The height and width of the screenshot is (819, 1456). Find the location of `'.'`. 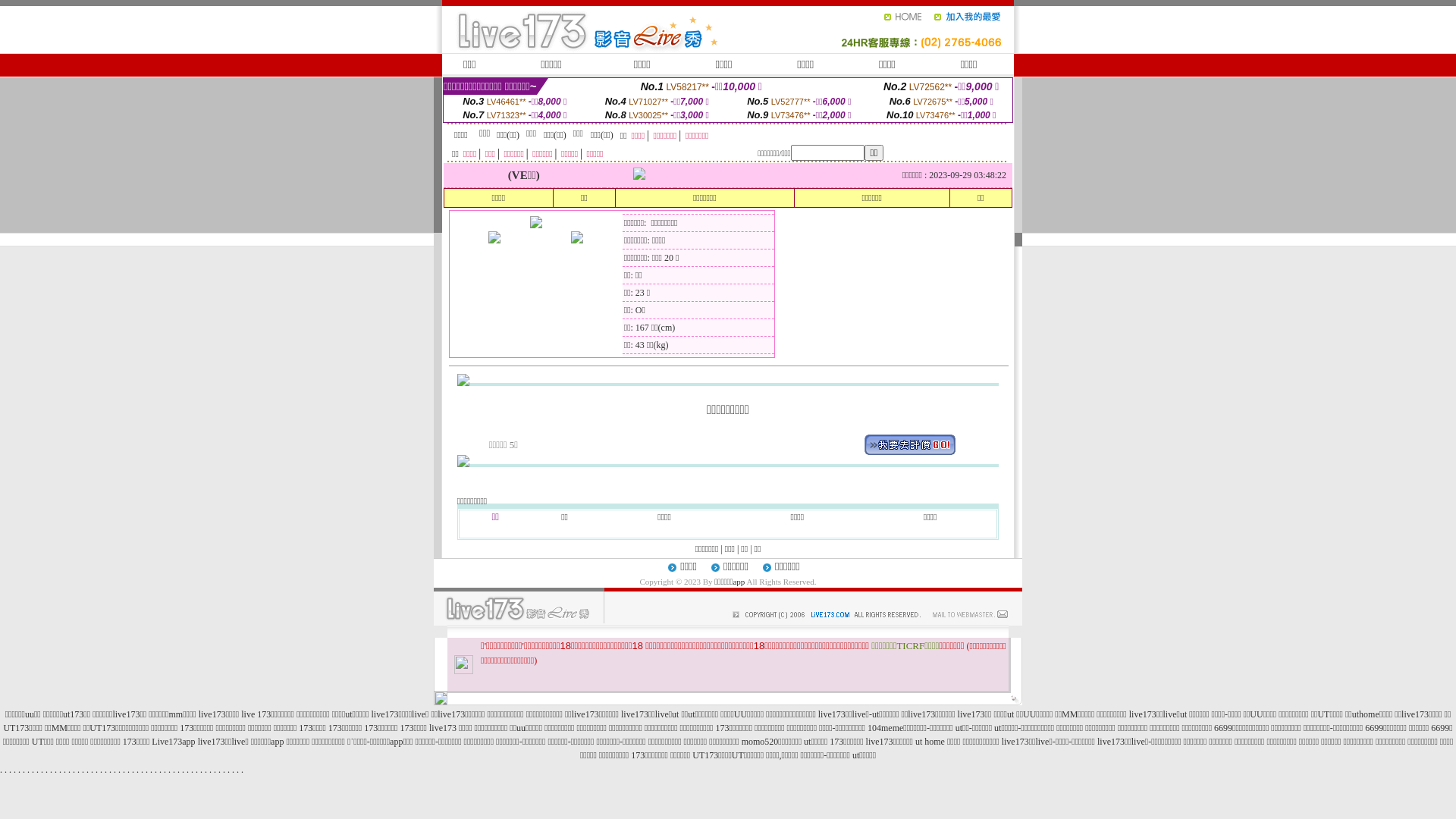

'.' is located at coordinates (128, 769).